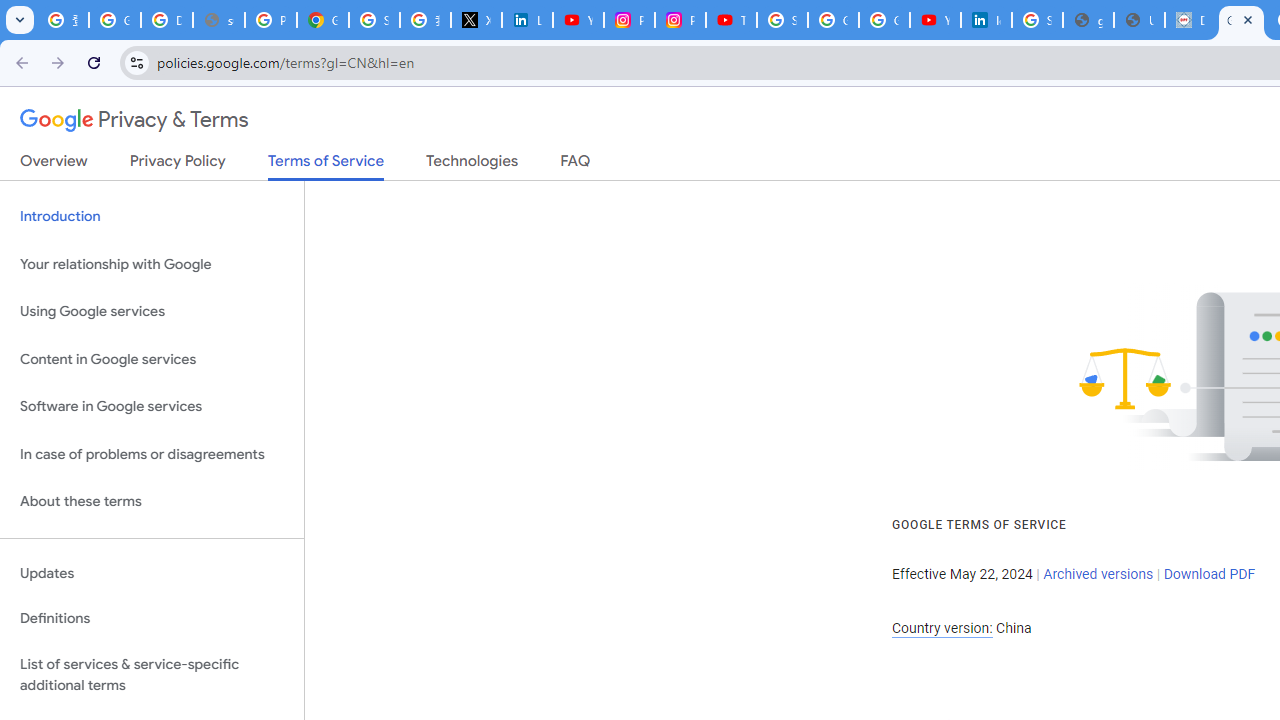  I want to click on 'Software in Google services', so click(151, 406).